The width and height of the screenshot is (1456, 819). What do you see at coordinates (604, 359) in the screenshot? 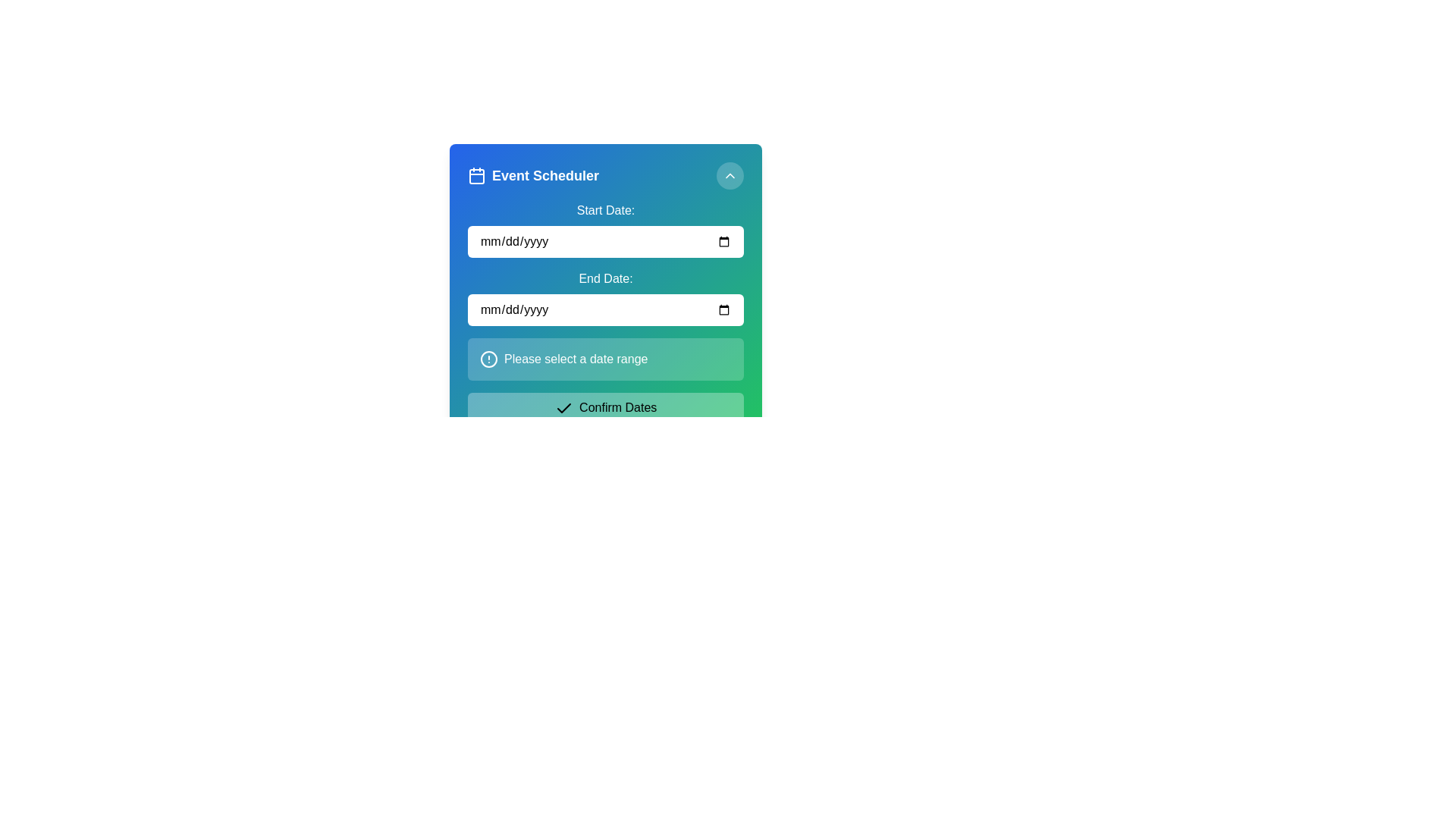
I see `the static informational box located between the 'End Date:' input field and the 'Confirm Dates' button to prompt user interaction` at bounding box center [604, 359].